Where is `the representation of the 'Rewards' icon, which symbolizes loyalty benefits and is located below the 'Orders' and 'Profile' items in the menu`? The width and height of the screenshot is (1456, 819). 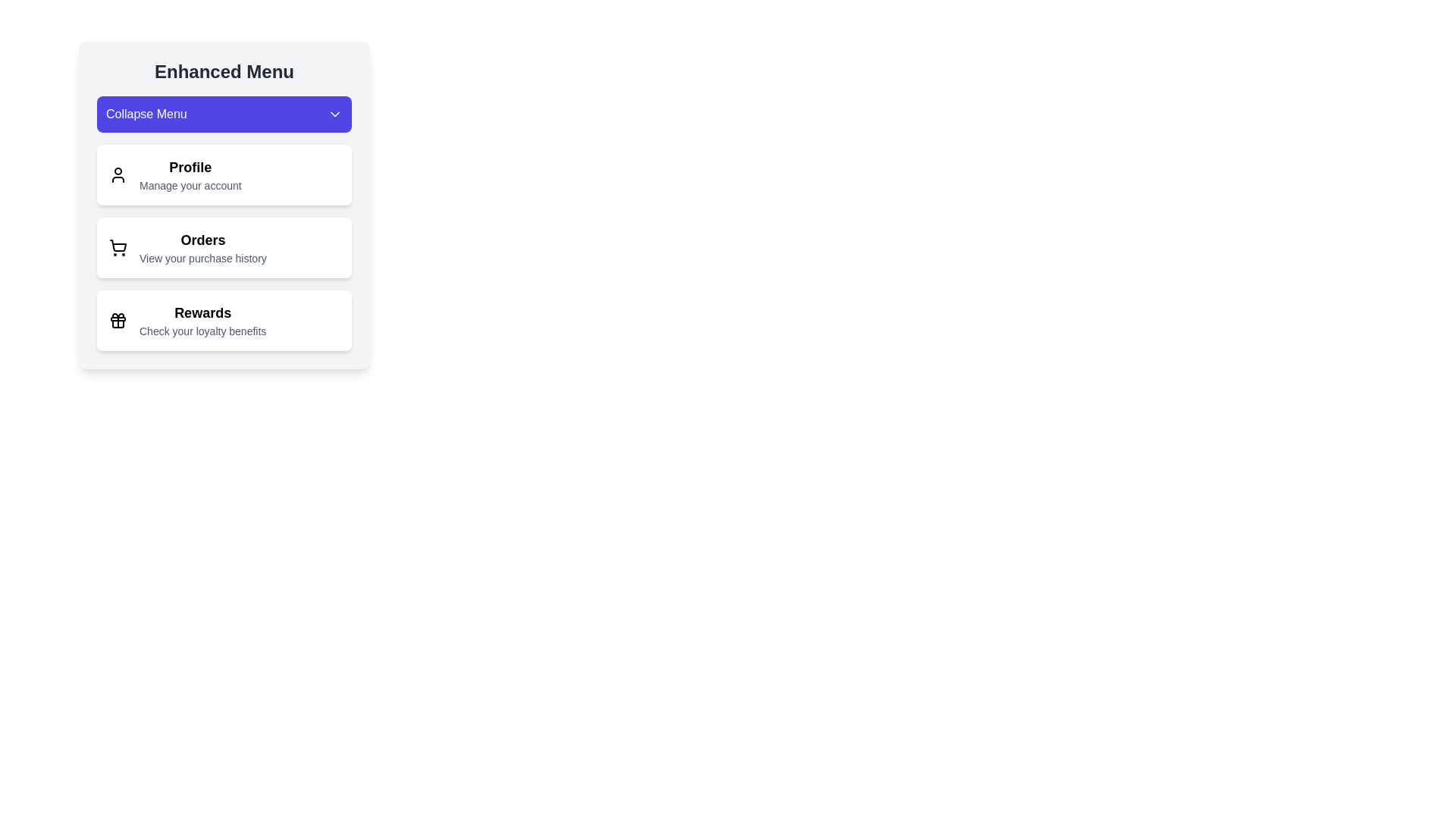
the representation of the 'Rewards' icon, which symbolizes loyalty benefits and is located below the 'Orders' and 'Profile' items in the menu is located at coordinates (118, 320).